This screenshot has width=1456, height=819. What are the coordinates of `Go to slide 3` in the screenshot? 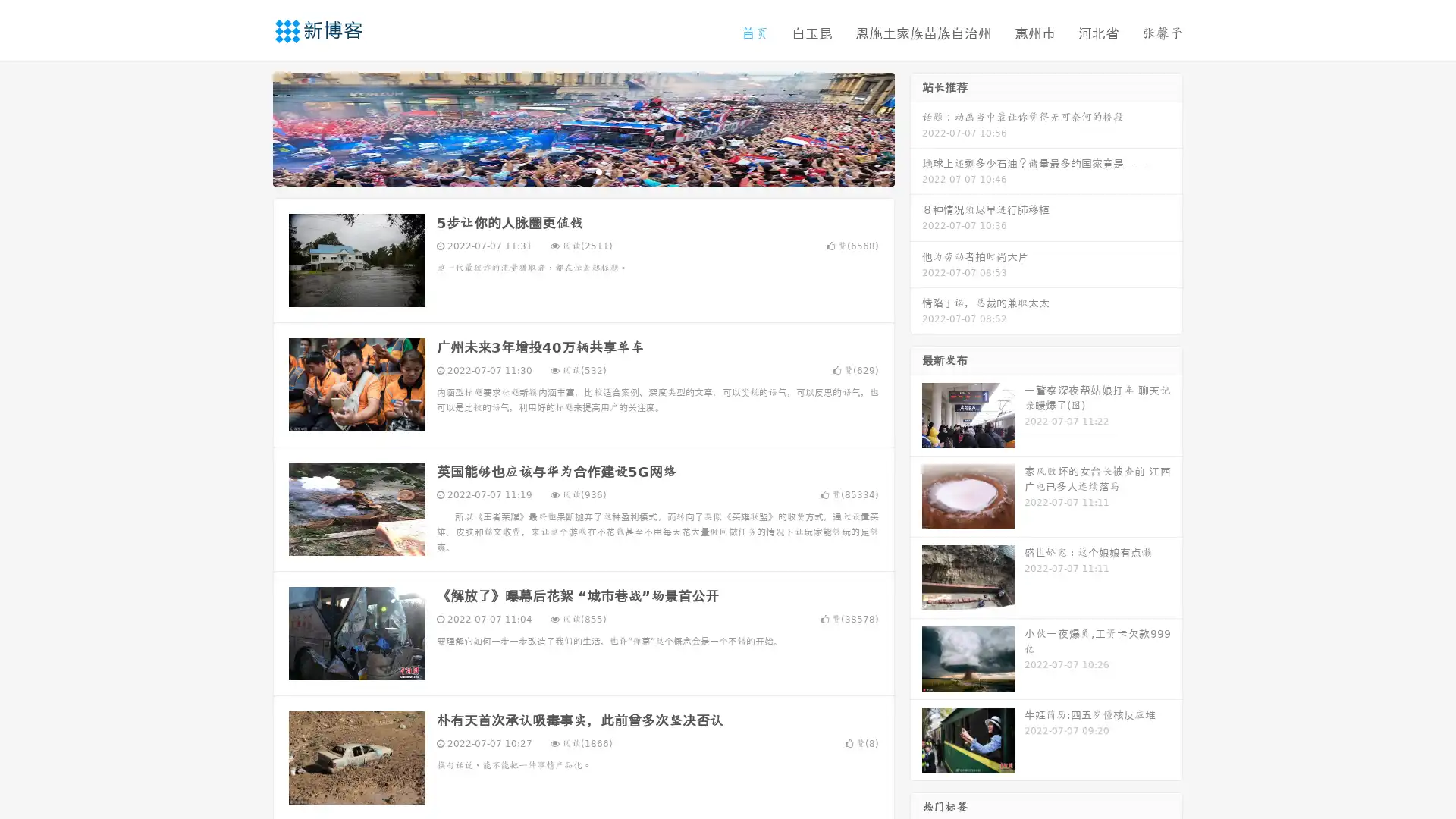 It's located at (598, 171).